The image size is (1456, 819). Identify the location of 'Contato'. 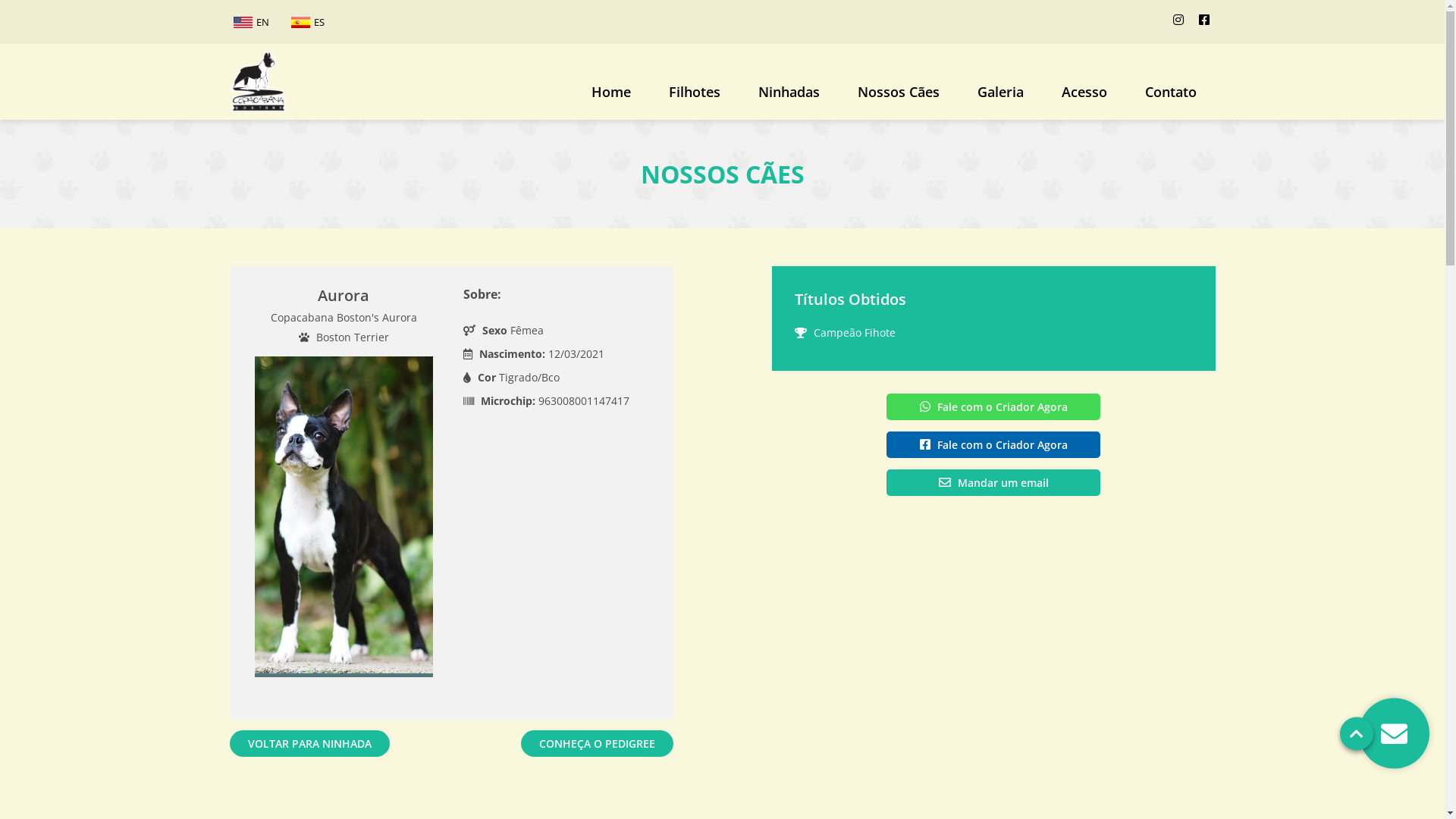
(1169, 97).